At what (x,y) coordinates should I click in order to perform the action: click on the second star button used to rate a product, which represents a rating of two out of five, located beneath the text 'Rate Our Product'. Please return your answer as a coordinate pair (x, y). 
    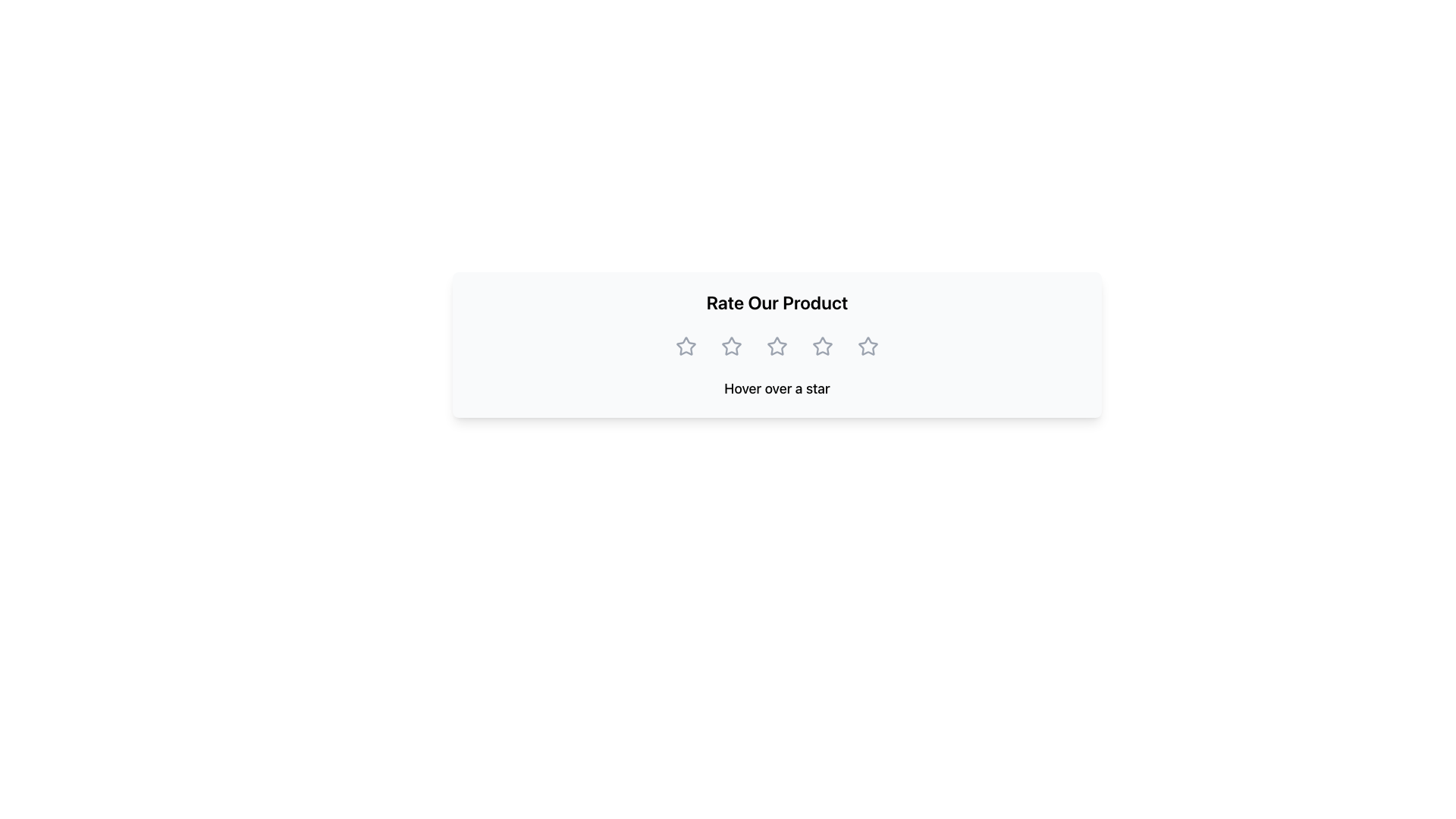
    Looking at the image, I should click on (731, 346).